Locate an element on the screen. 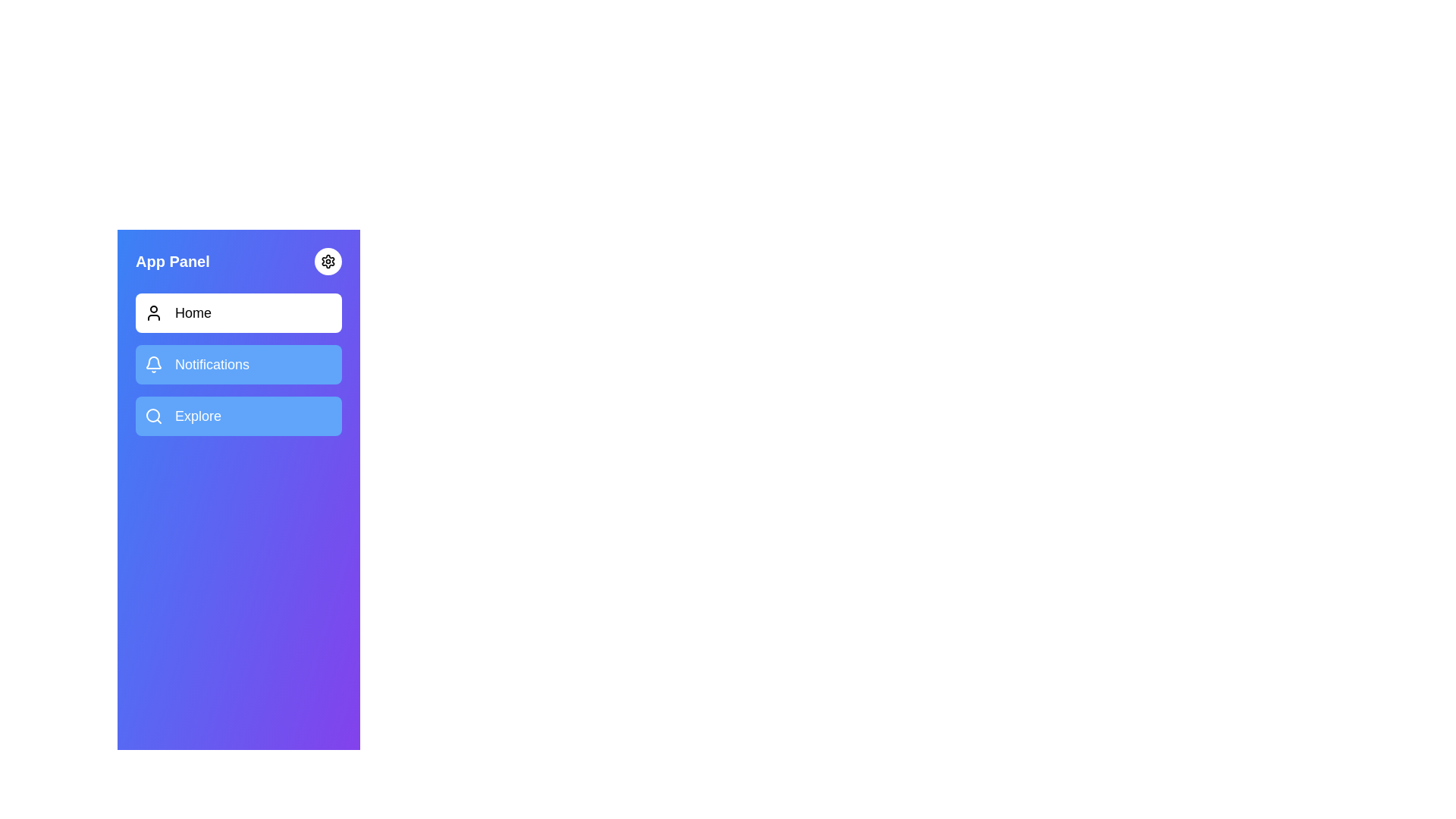  the menu item Notifications to activate and highlight it is located at coordinates (238, 365).